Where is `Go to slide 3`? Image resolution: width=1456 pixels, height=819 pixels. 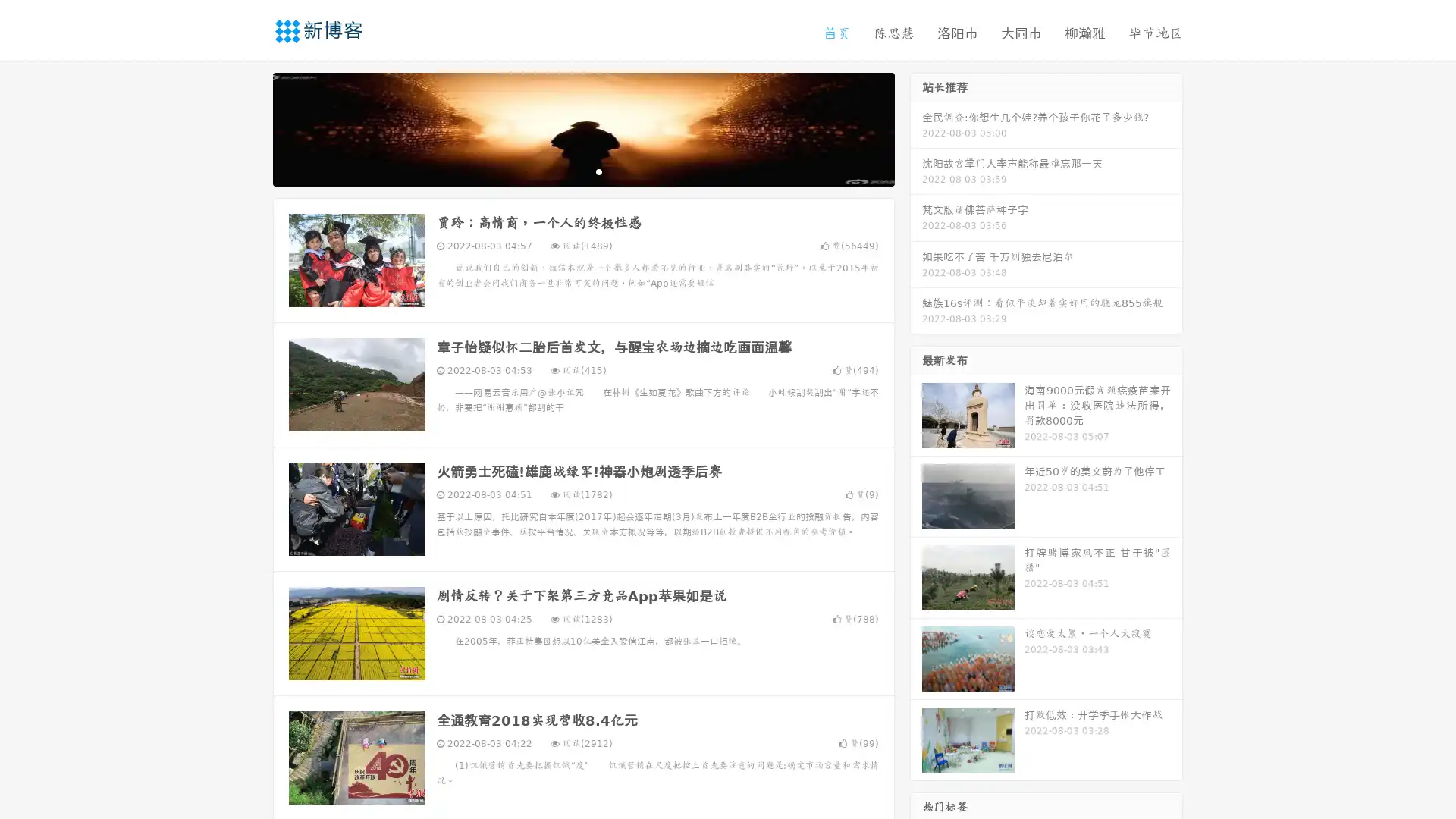 Go to slide 3 is located at coordinates (598, 171).